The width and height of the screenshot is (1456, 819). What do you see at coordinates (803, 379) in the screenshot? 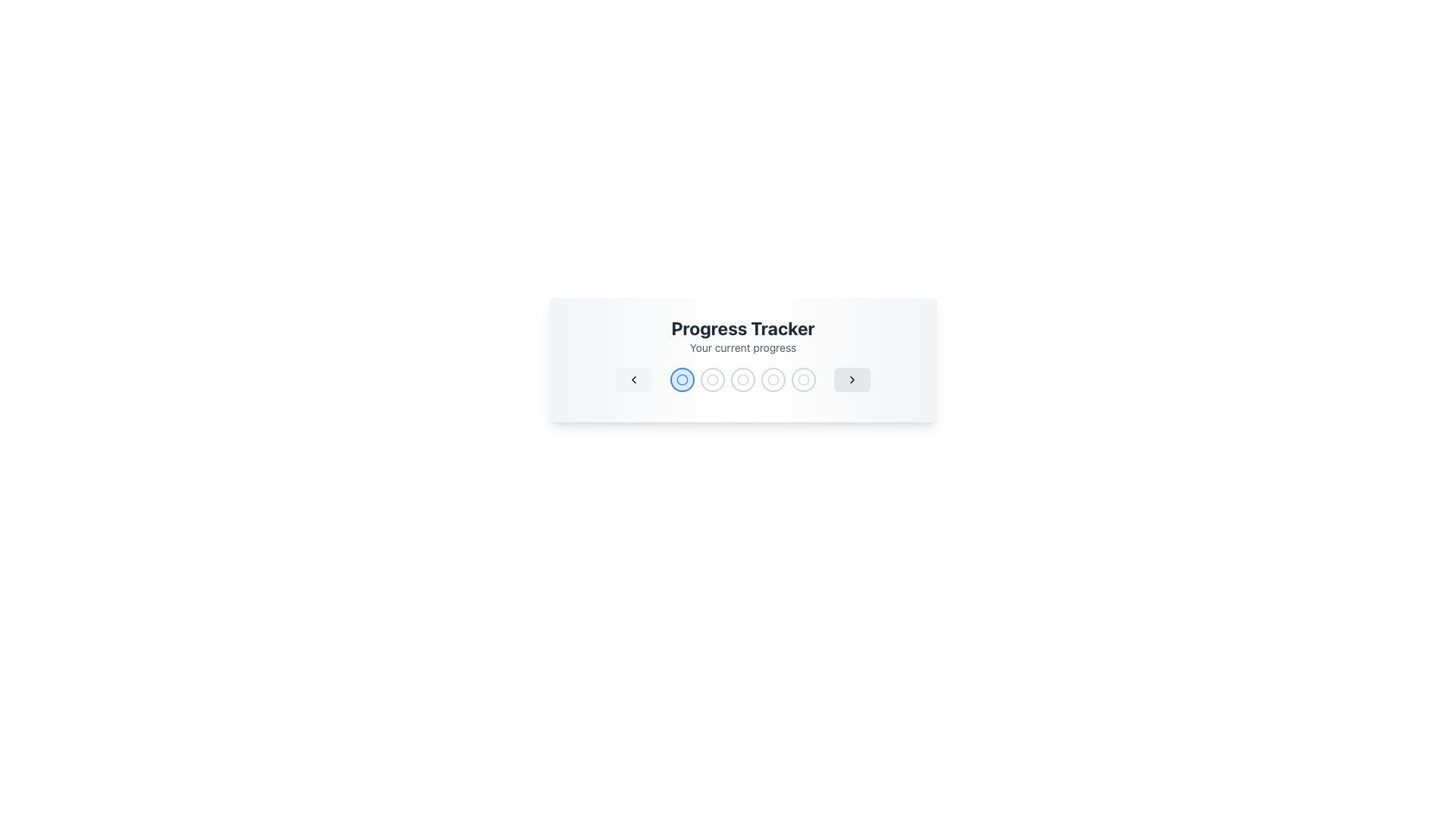
I see `the sixth Progress Indicator Dot, which is a circular UI element with a subtle border and a smaller circle icon centered within it, located below the 'Progress Tracker' title` at bounding box center [803, 379].